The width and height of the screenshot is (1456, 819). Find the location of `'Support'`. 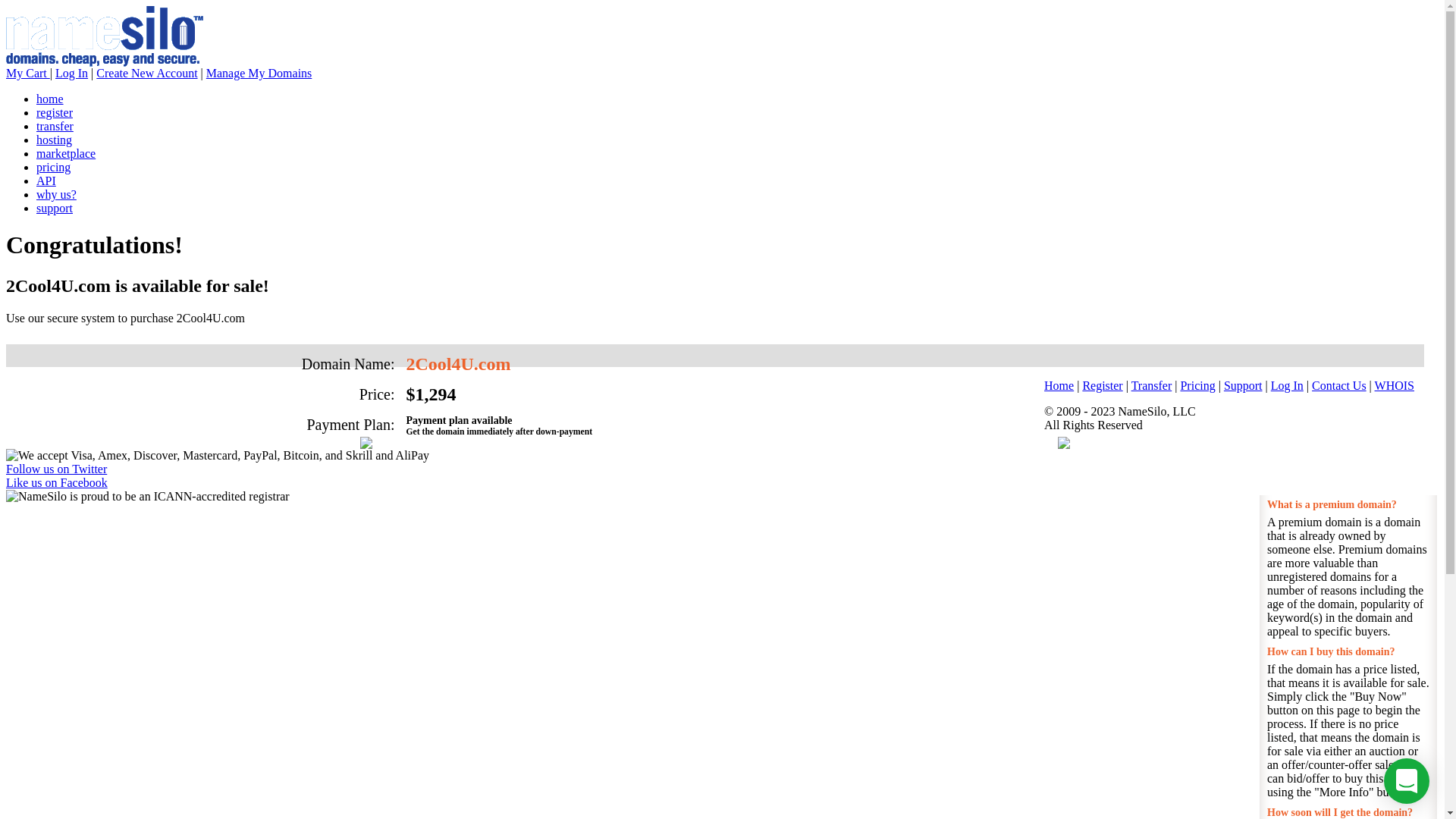

'Support' is located at coordinates (1243, 384).